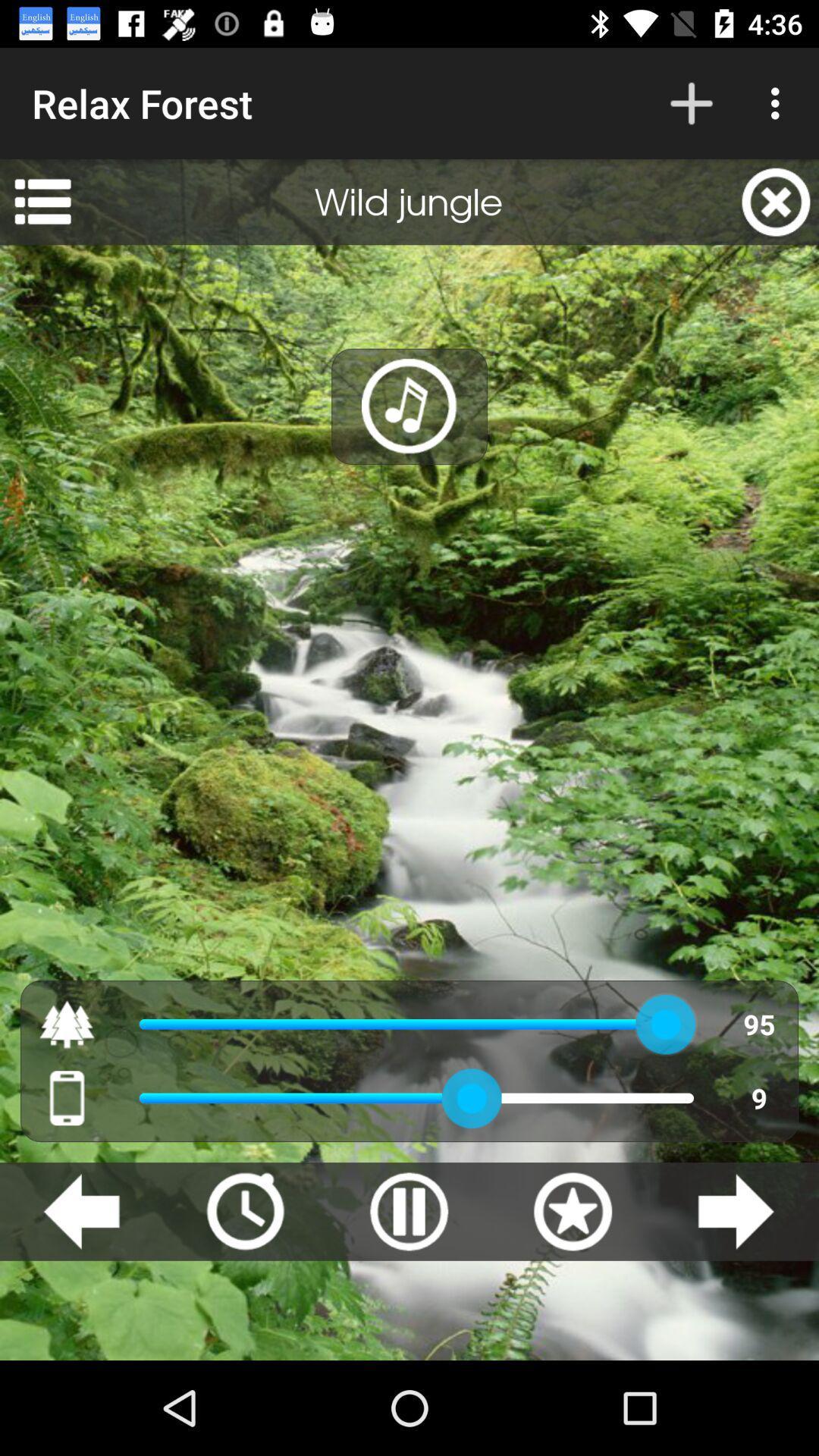 This screenshot has width=819, height=1456. Describe the element at coordinates (409, 406) in the screenshot. I see `the icon below wild jungle app` at that location.